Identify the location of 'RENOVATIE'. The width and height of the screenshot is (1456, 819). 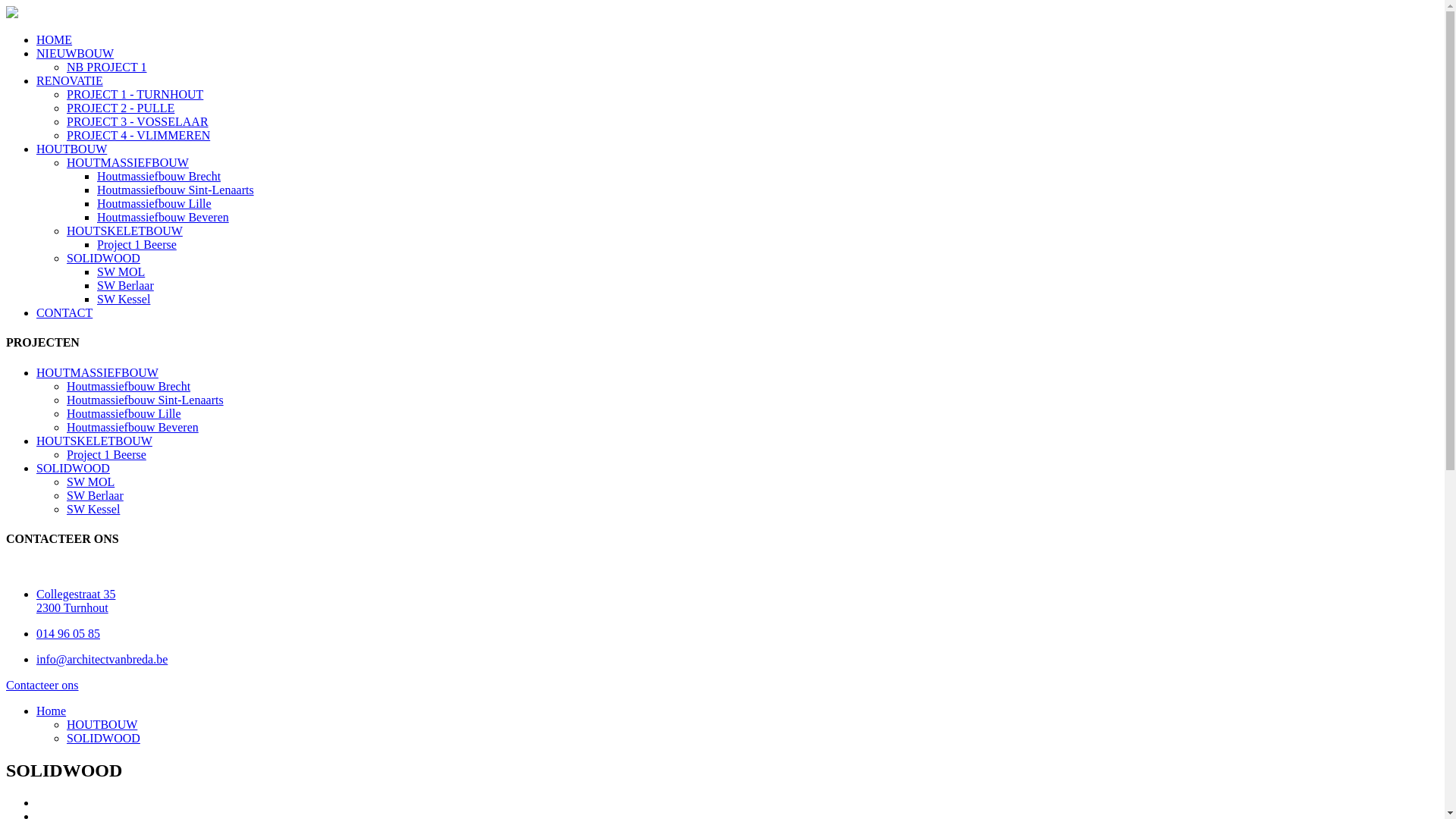
(68, 80).